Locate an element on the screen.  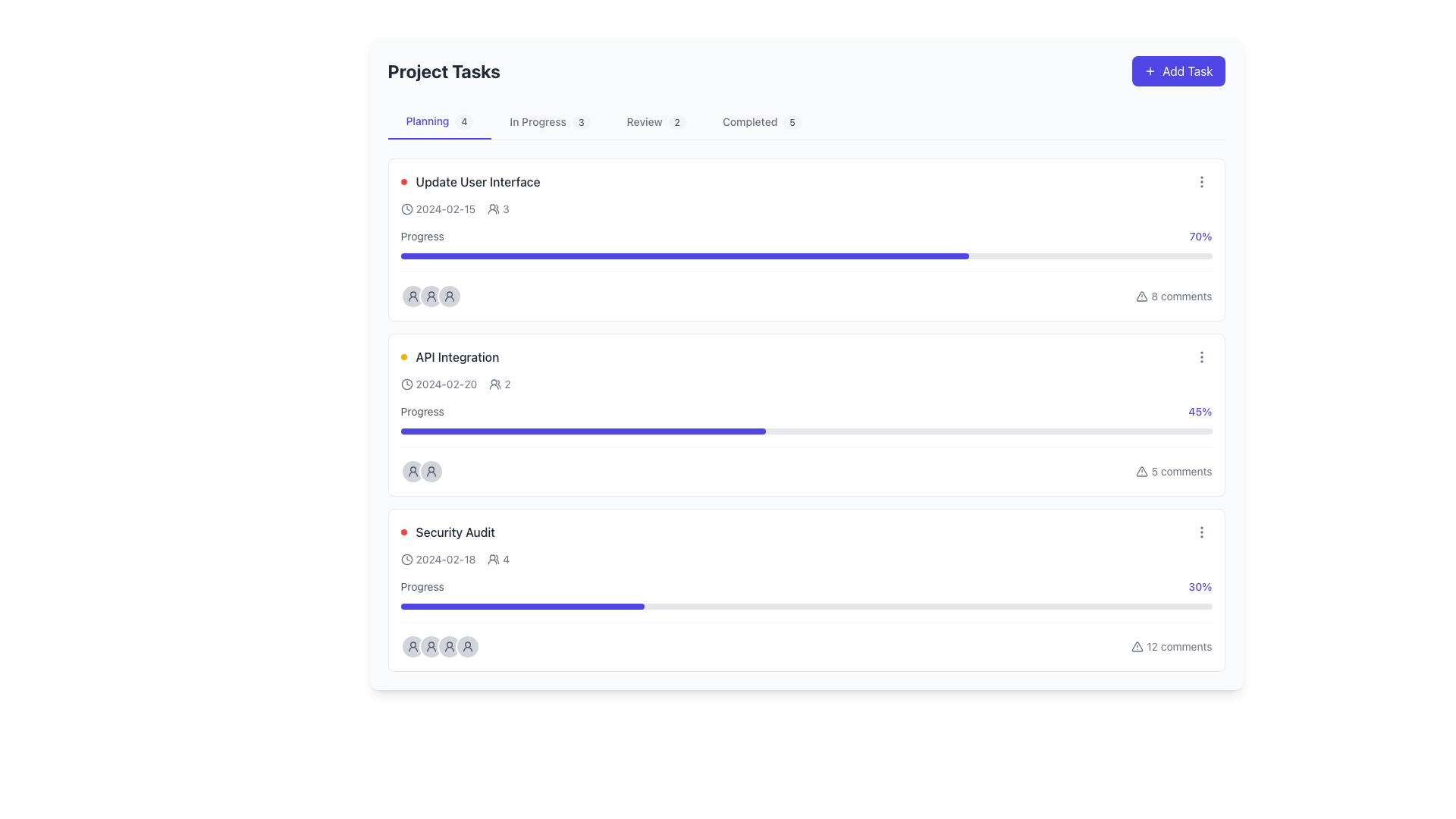
the progress bar labeled 'Progress' with '30%' indicating the completion percentage, located within the 'Security Audit' card is located at coordinates (805, 593).